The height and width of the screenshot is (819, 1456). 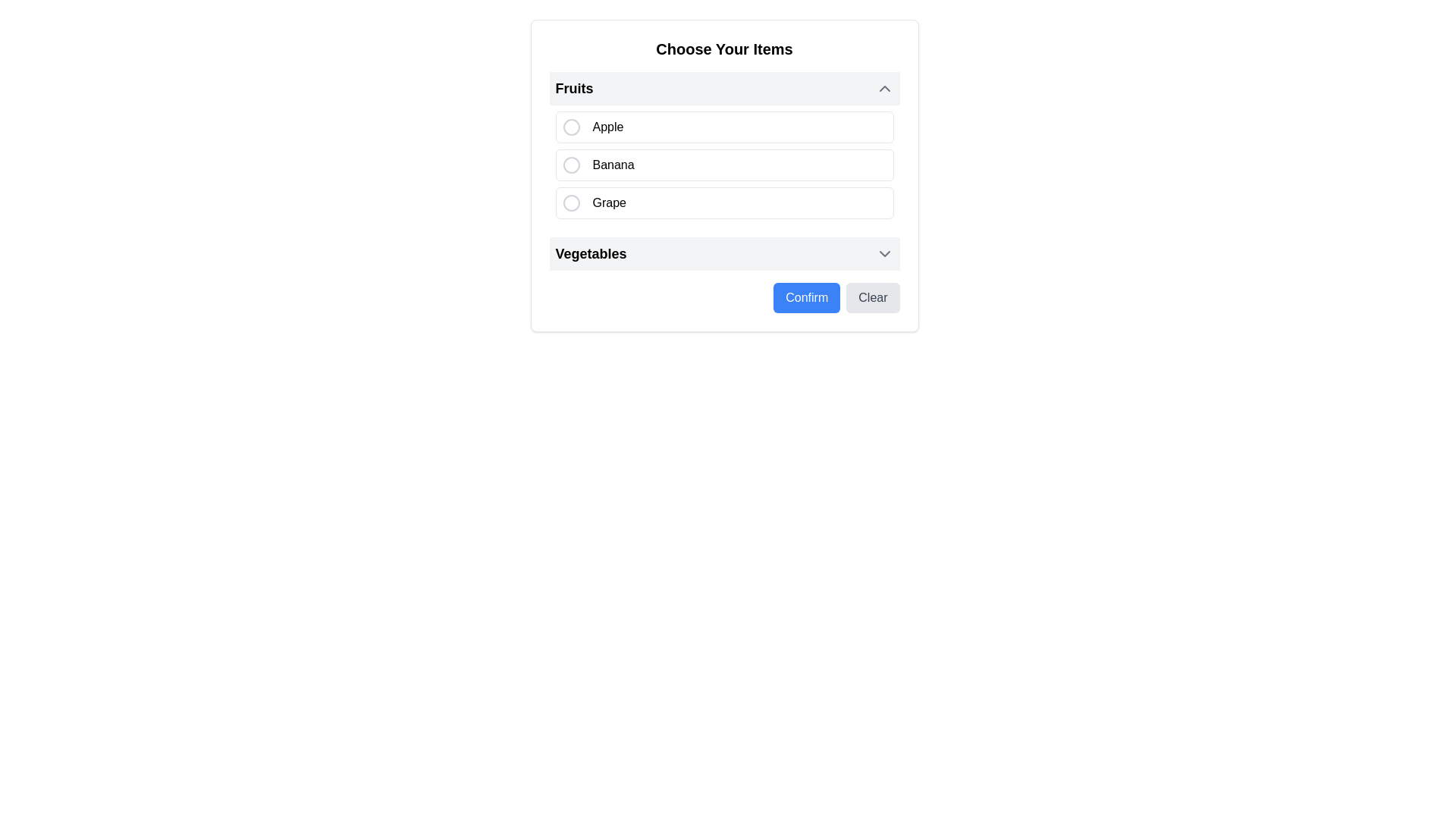 What do you see at coordinates (723, 127) in the screenshot?
I see `the 'Apple' option` at bounding box center [723, 127].